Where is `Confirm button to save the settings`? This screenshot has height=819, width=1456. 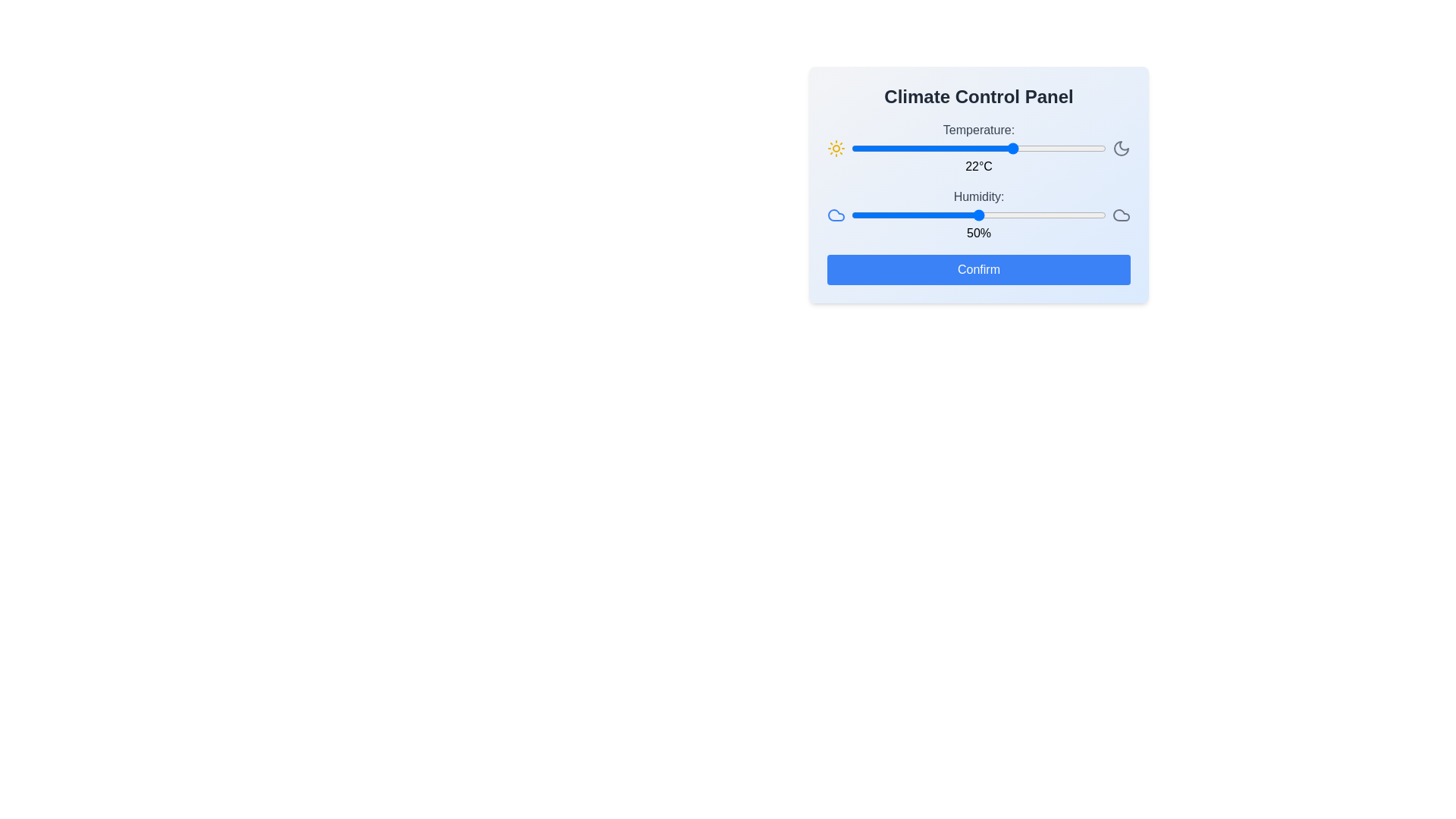
Confirm button to save the settings is located at coordinates (979, 268).